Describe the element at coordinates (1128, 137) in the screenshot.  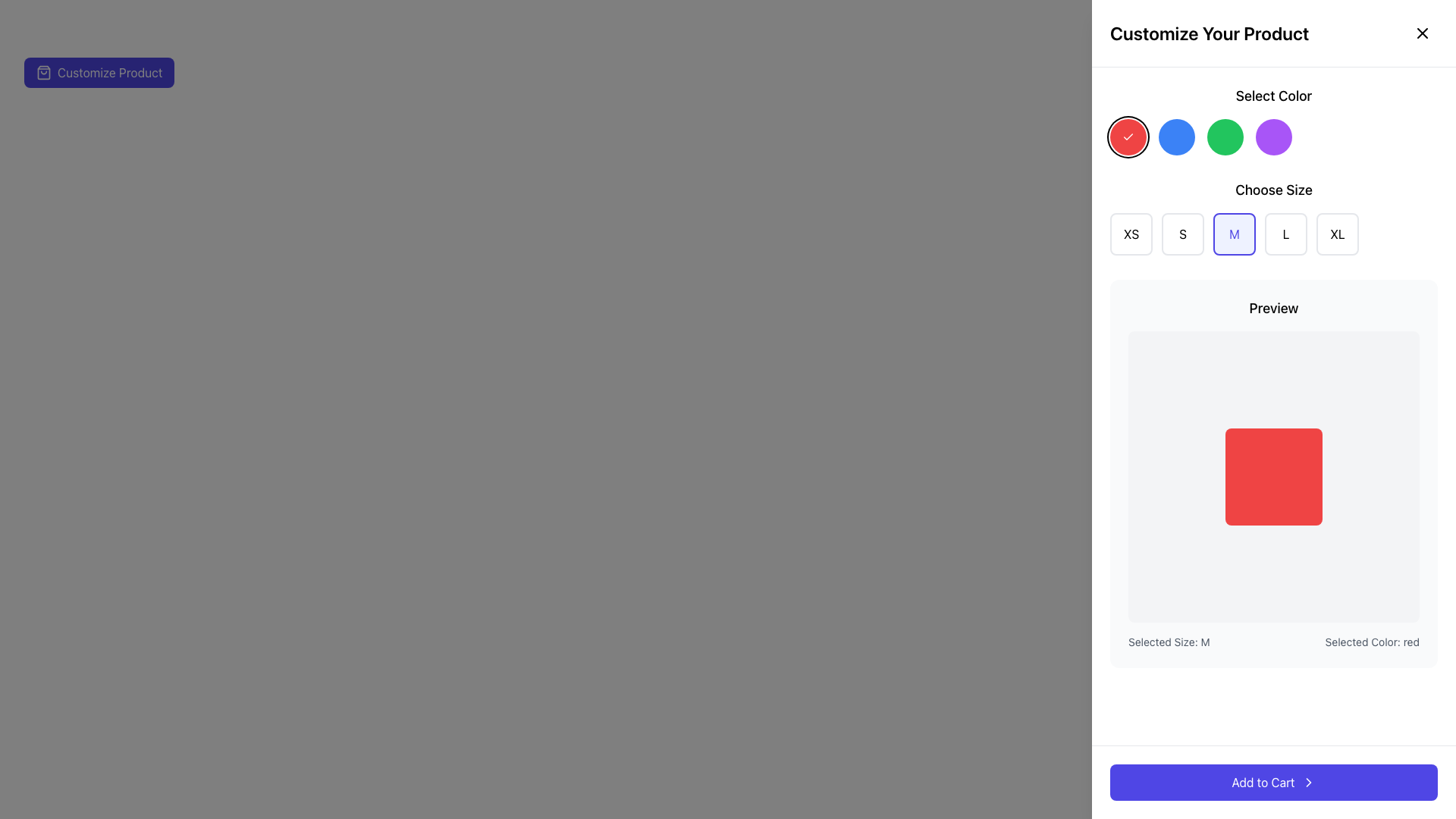
I see `the leftmost circular button in the color selection section` at that location.